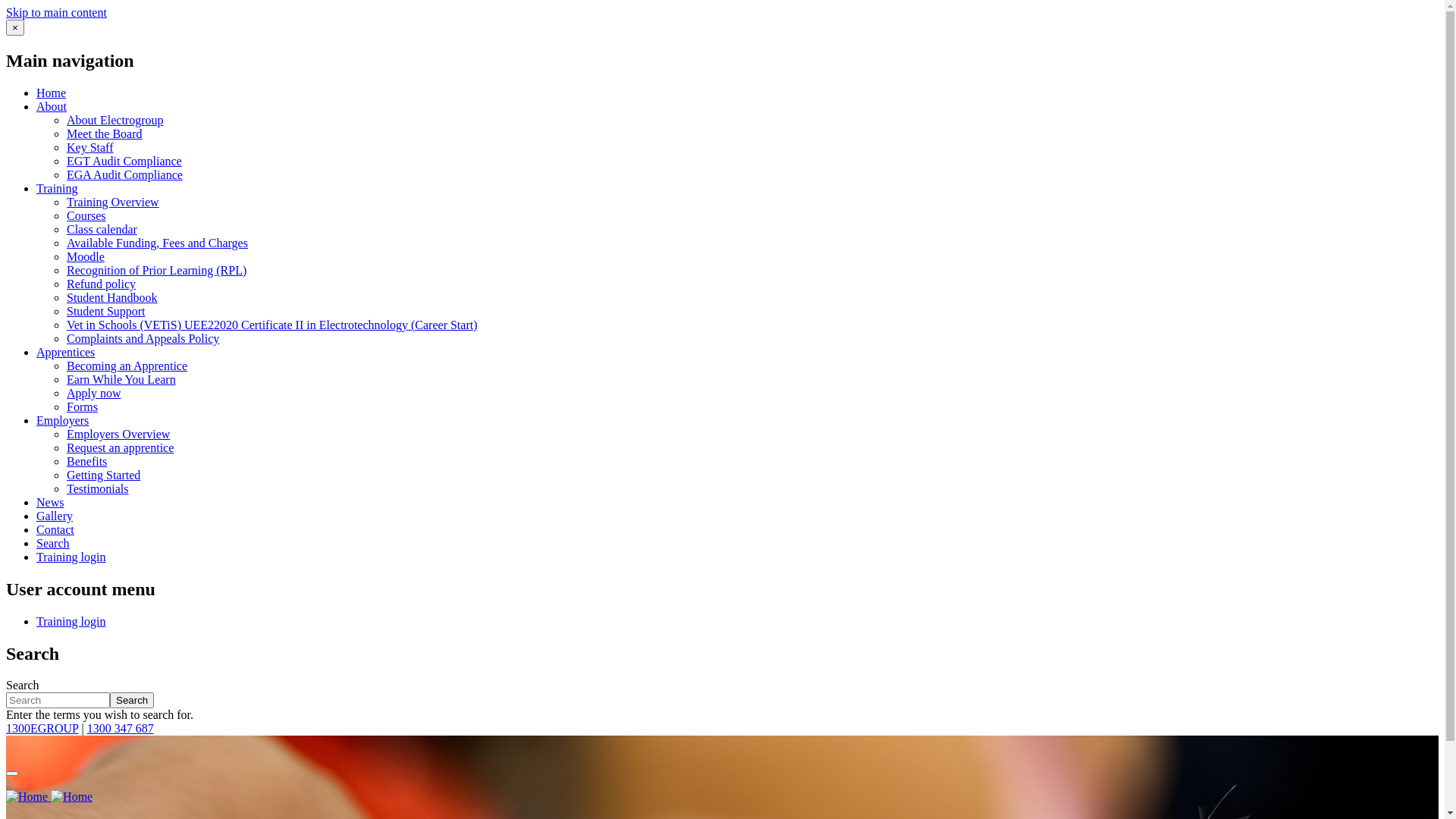 The height and width of the screenshot is (819, 1456). Describe the element at coordinates (65, 201) in the screenshot. I see `'Training Overview'` at that location.